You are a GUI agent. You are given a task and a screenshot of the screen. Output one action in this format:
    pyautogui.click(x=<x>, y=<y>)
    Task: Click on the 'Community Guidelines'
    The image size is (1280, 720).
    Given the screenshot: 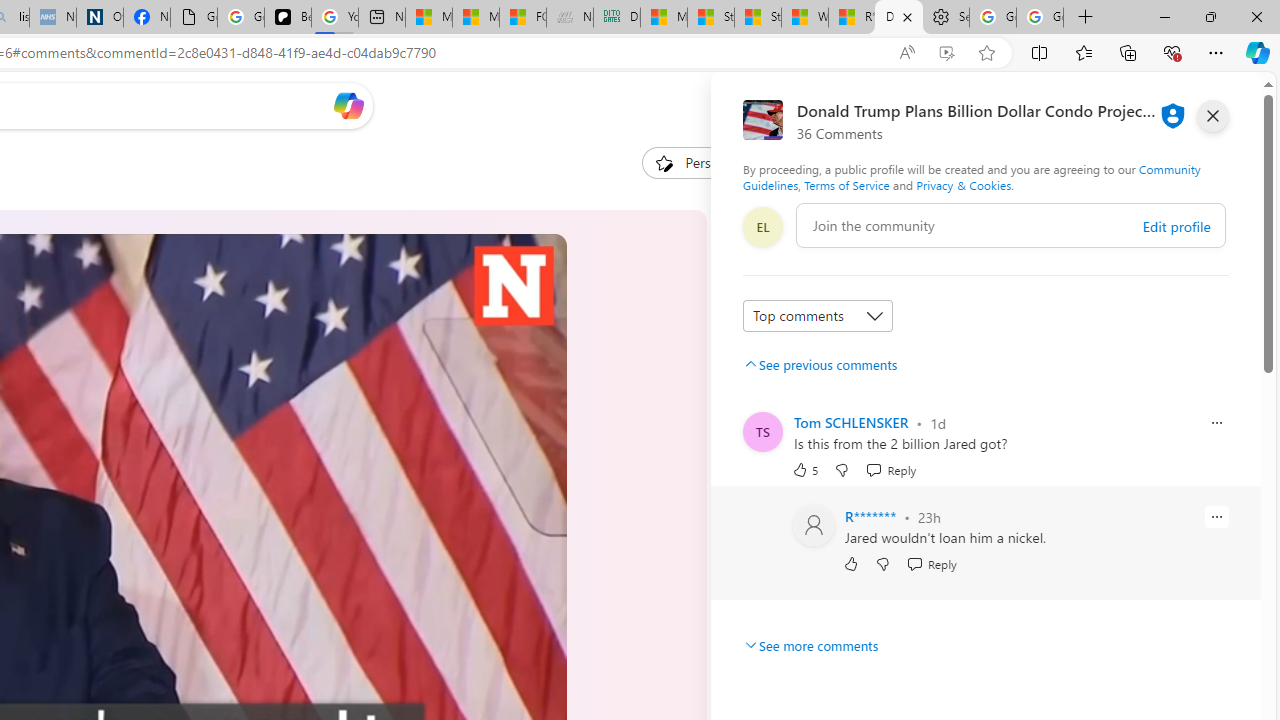 What is the action you would take?
    pyautogui.click(x=971, y=176)
    